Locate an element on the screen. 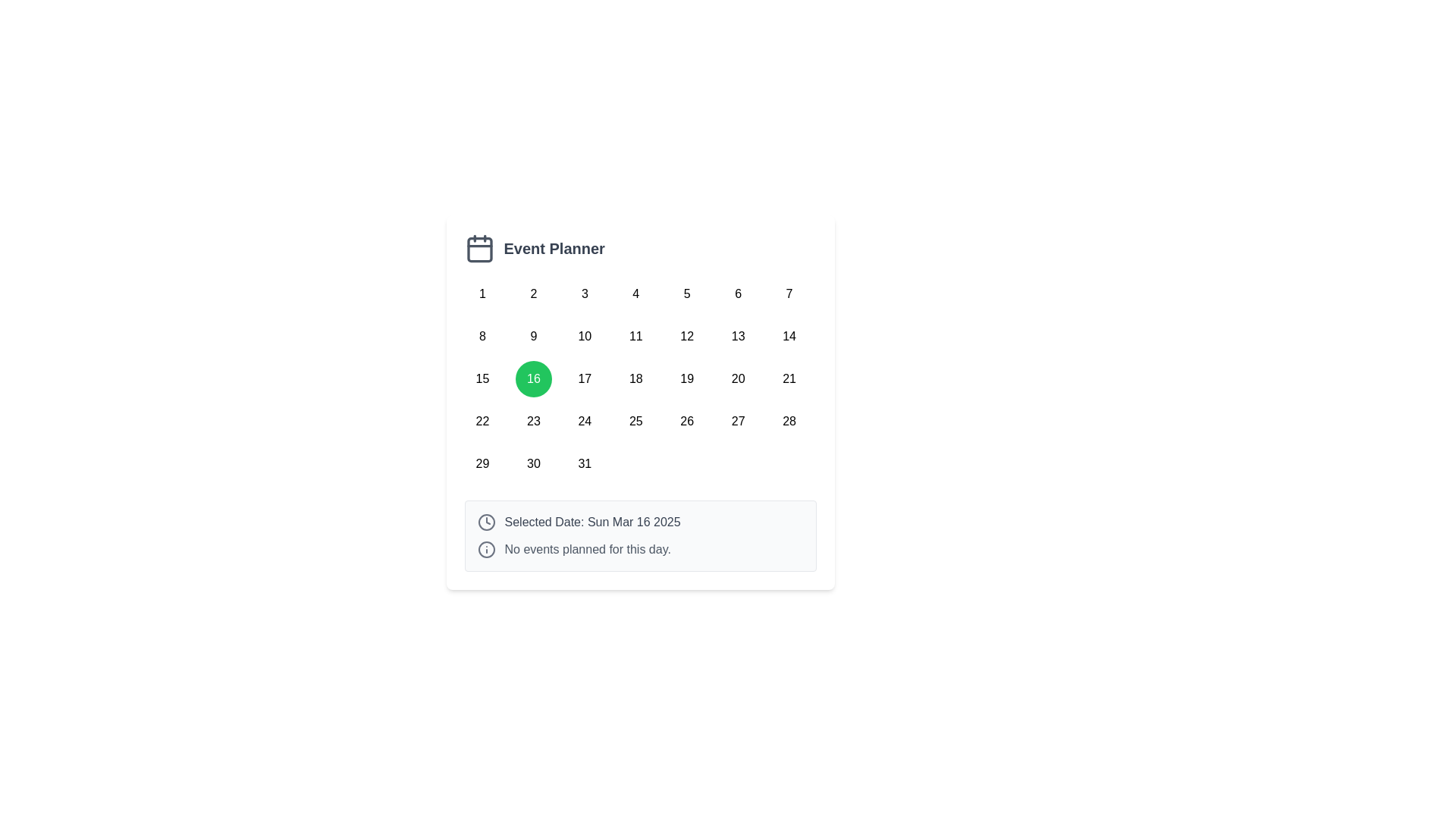  the circular button labeled '24' in the calendar view under the 'Event Planner' header is located at coordinates (584, 421).